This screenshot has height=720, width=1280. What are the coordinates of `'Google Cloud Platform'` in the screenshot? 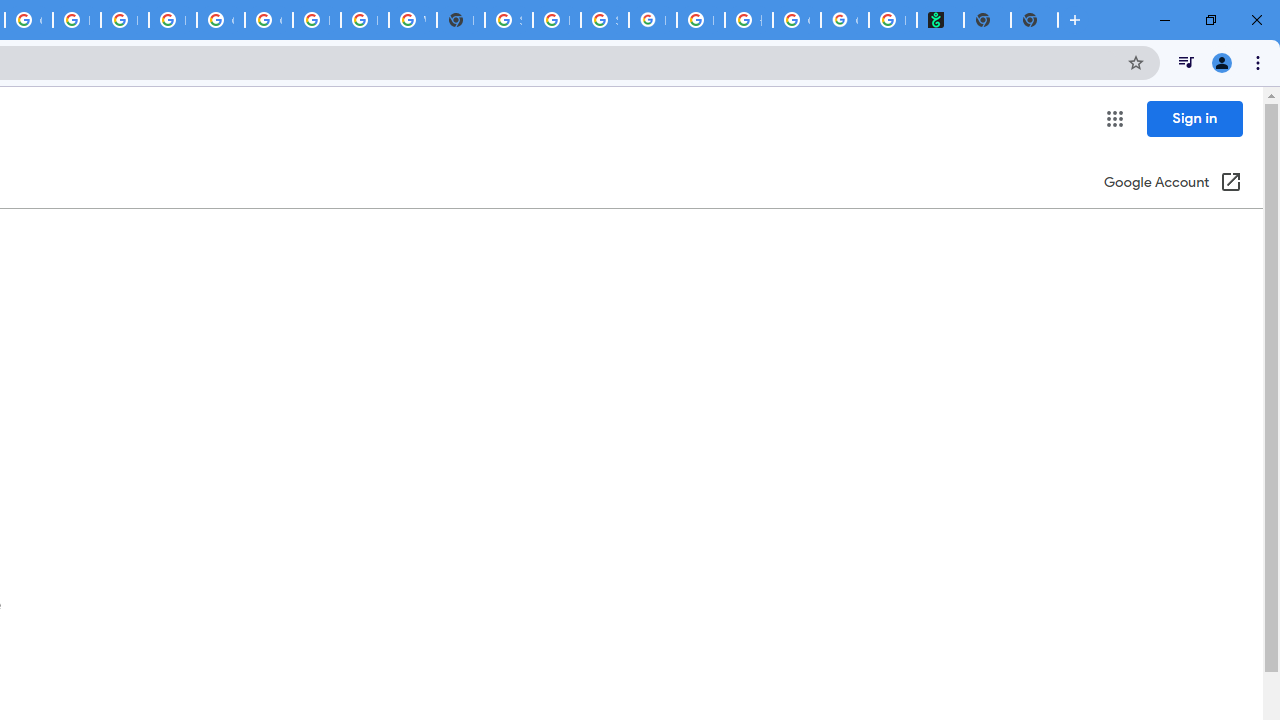 It's located at (220, 20).